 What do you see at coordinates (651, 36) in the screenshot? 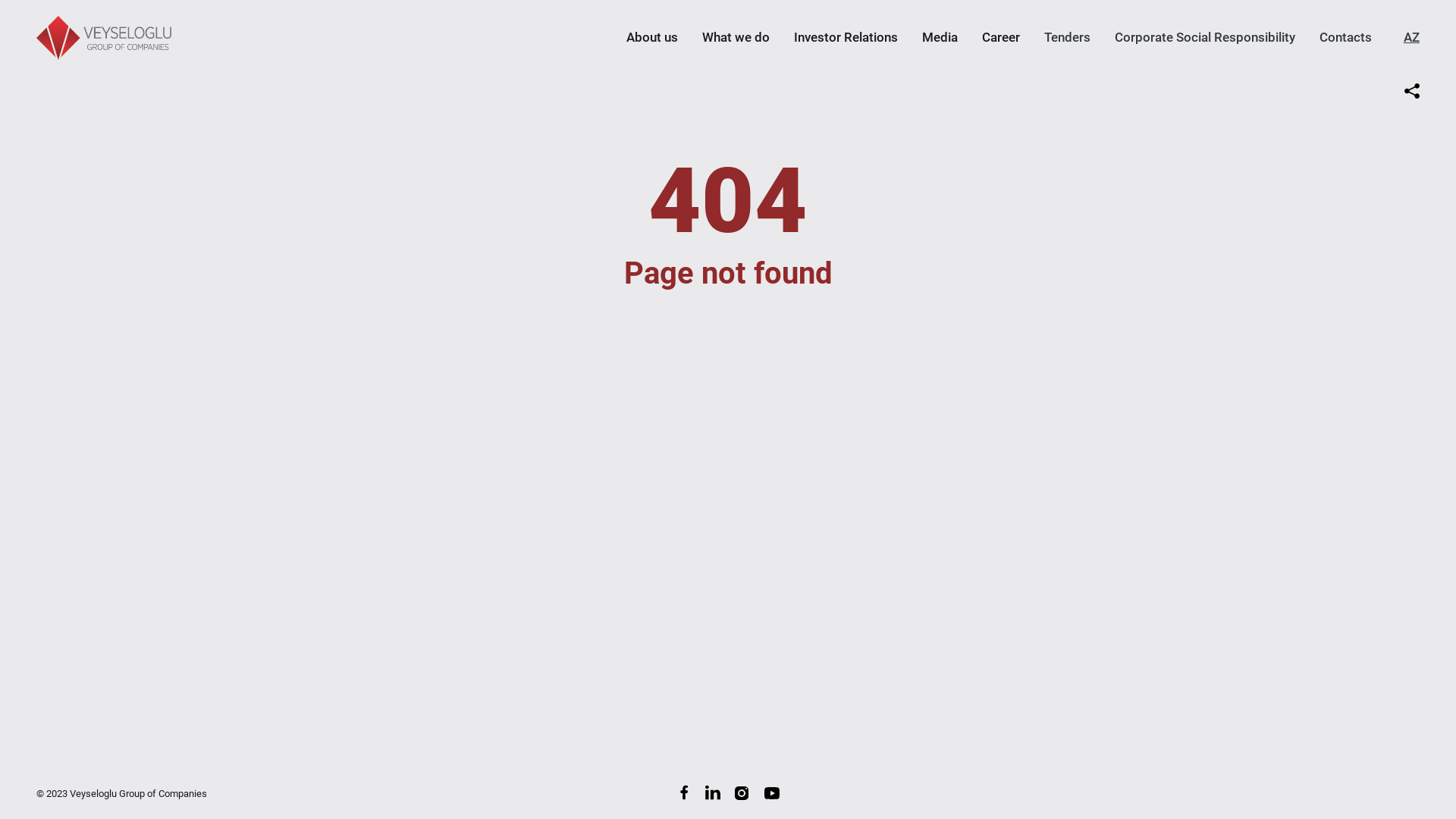
I see `'About us'` at bounding box center [651, 36].